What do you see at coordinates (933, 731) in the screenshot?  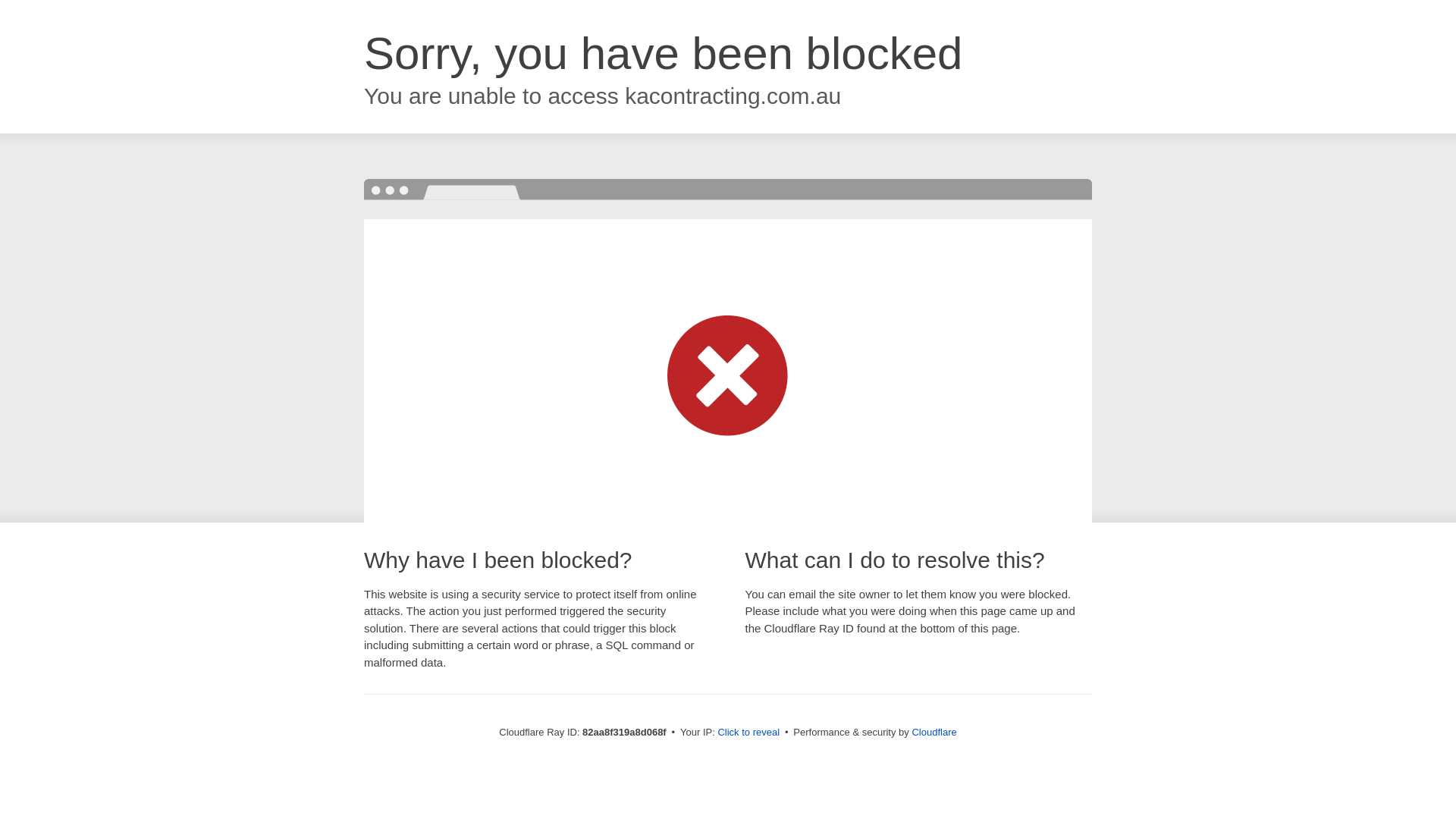 I see `'Cloudflare'` at bounding box center [933, 731].